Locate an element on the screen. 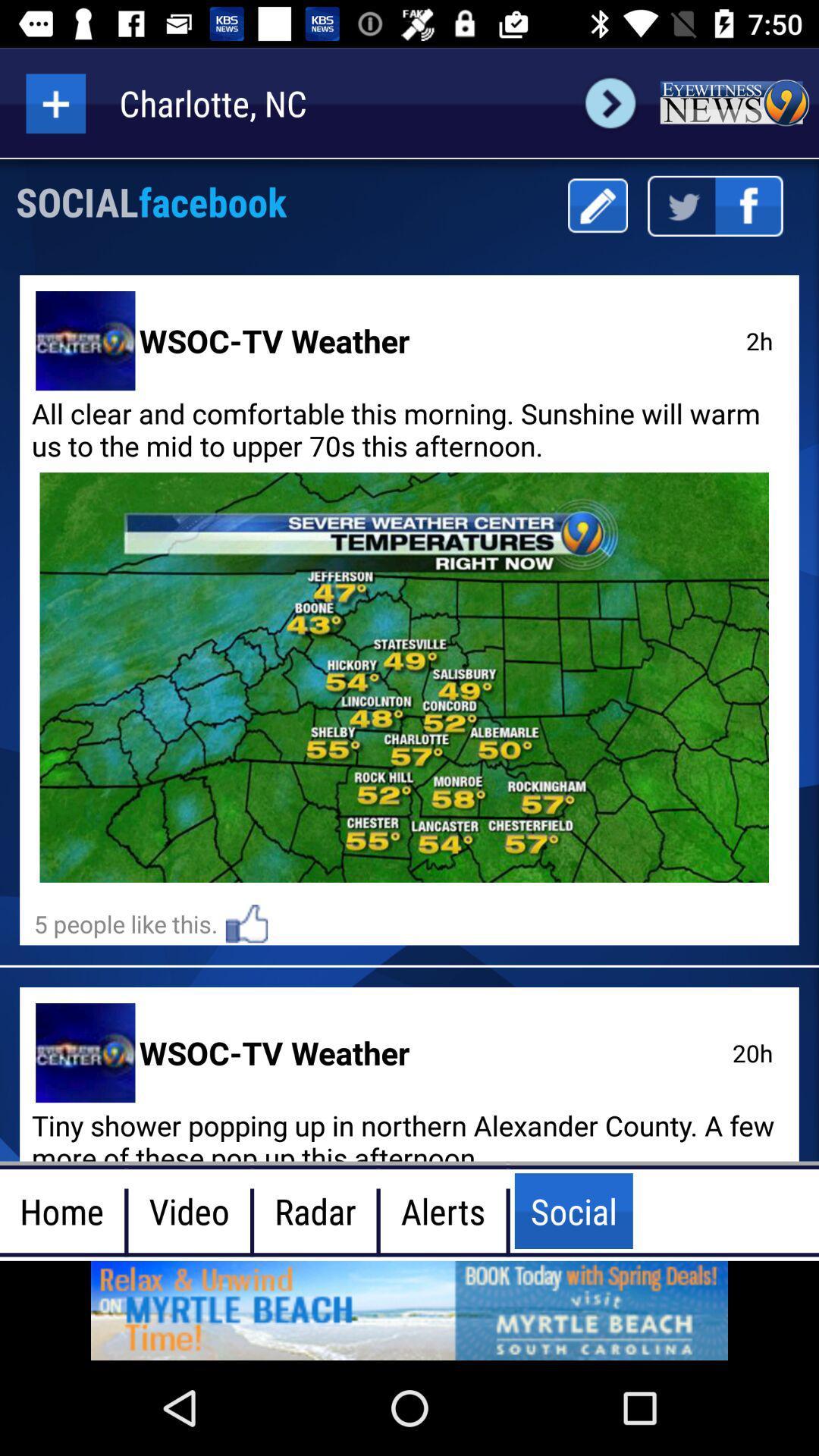 This screenshot has height=1456, width=819. the edit icon is located at coordinates (597, 205).